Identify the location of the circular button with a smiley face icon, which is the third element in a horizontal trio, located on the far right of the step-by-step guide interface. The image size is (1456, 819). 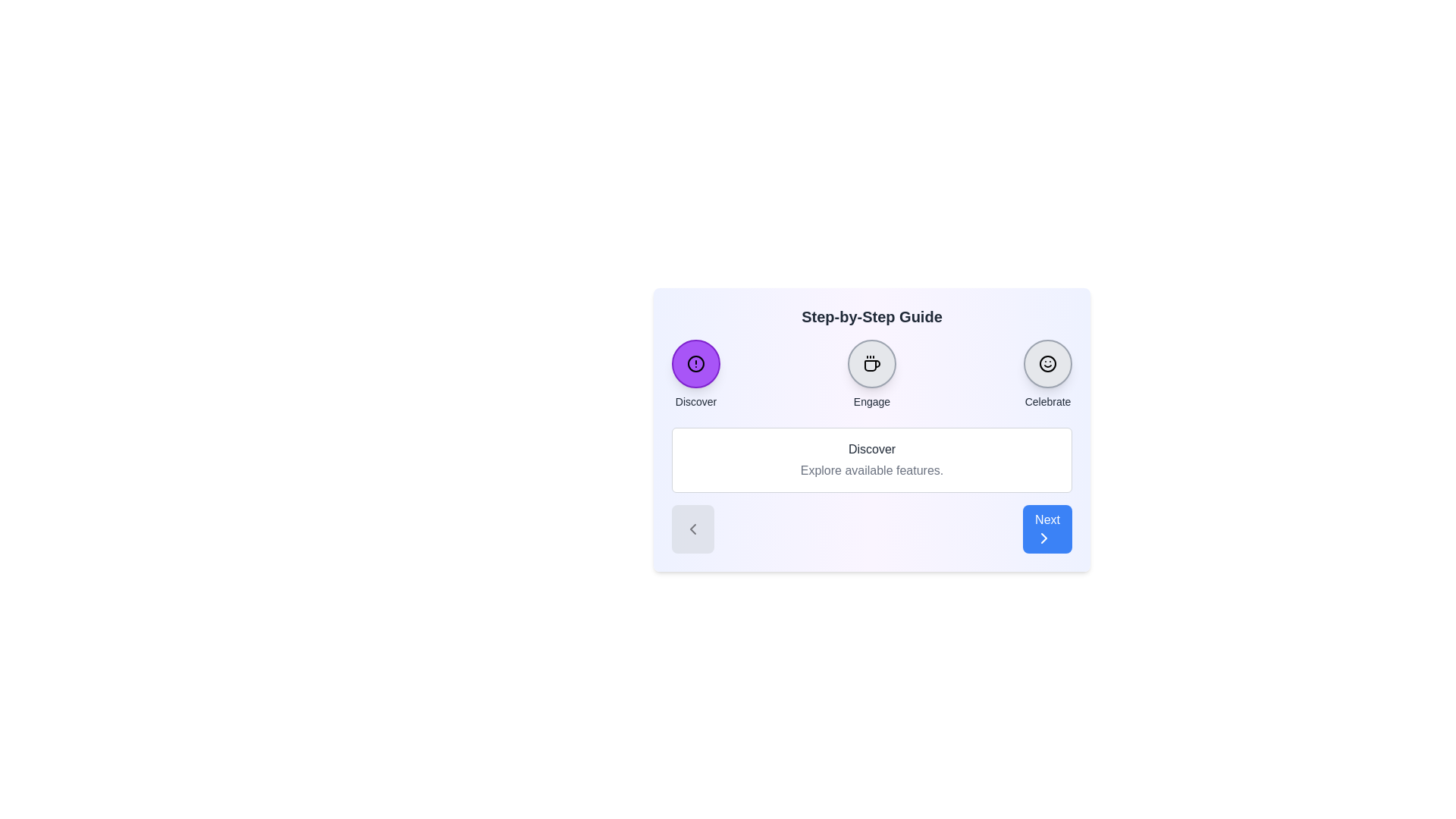
(1047, 363).